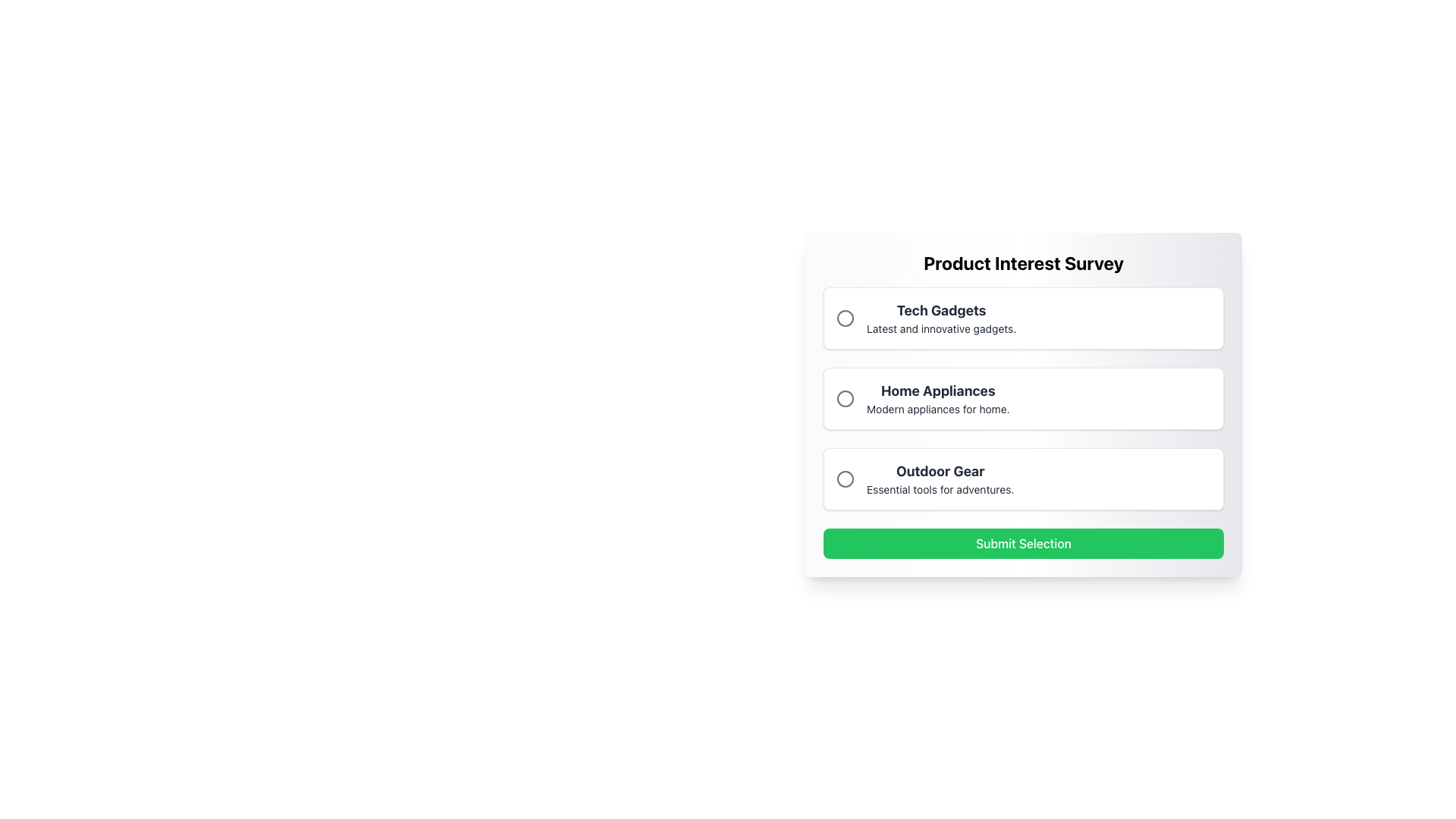 This screenshot has width=1456, height=819. What do you see at coordinates (940, 479) in the screenshot?
I see `the third selectable option labeled for outdoor gear in the survey interface` at bounding box center [940, 479].